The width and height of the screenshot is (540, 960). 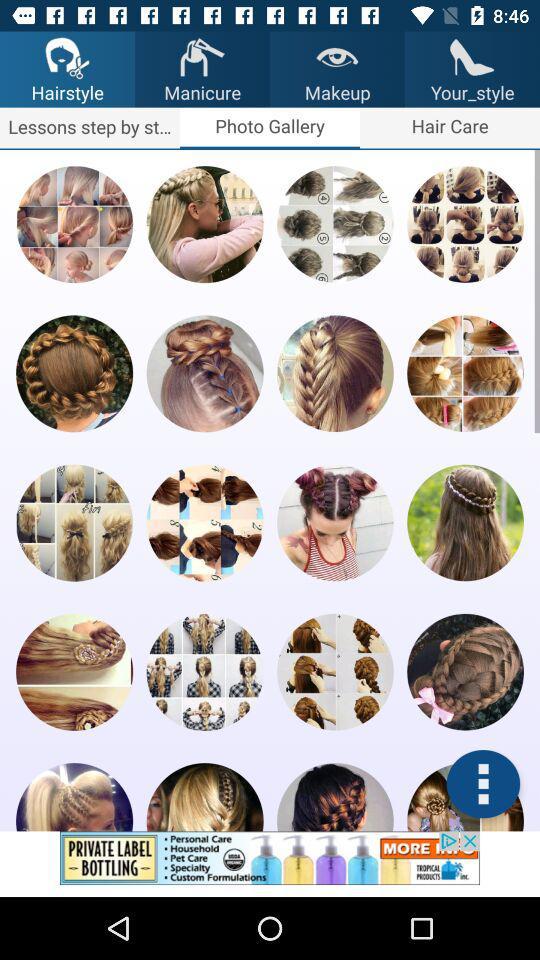 What do you see at coordinates (335, 372) in the screenshot?
I see `hairstyle thumbnail` at bounding box center [335, 372].